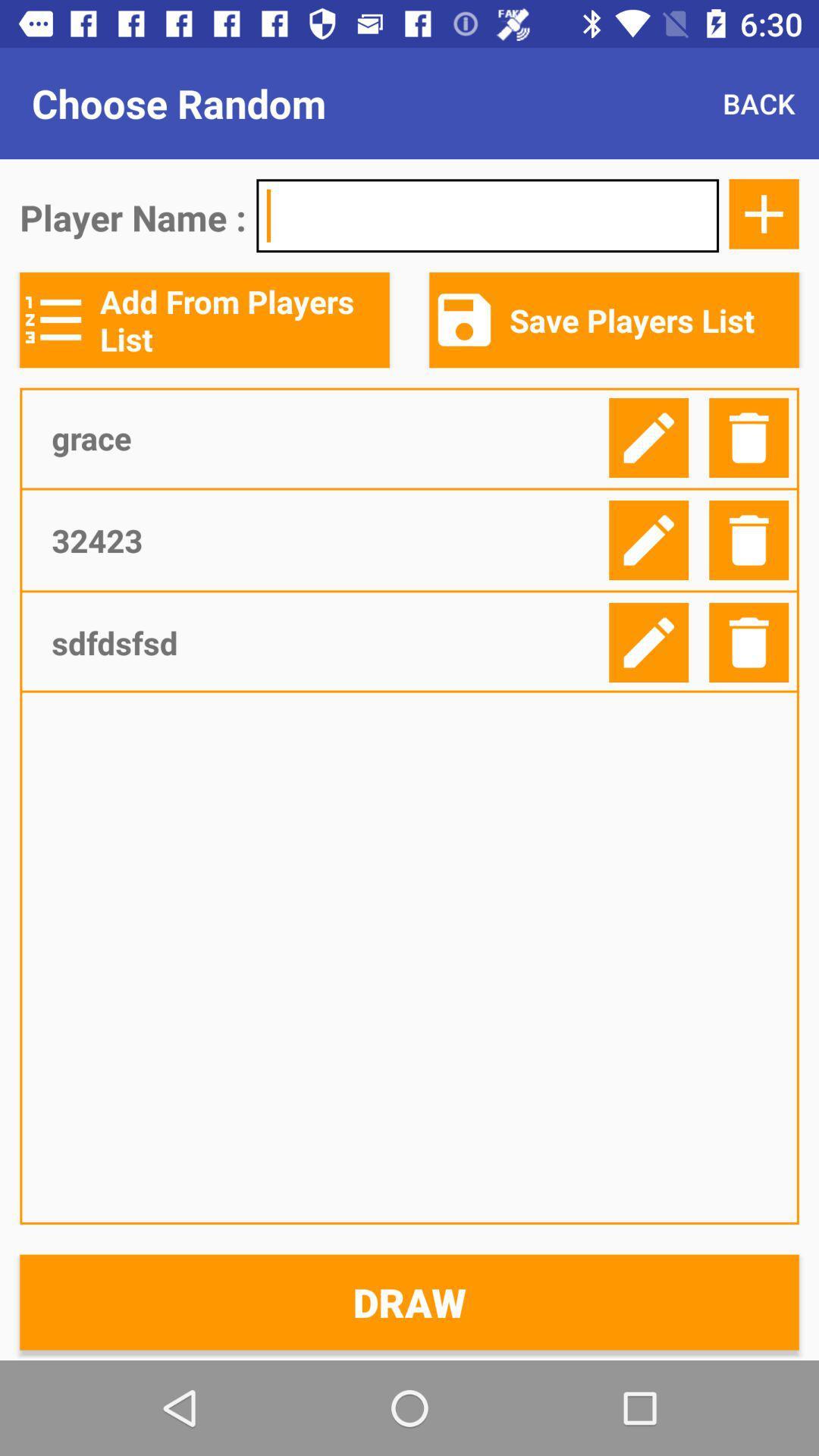  What do you see at coordinates (324, 437) in the screenshot?
I see `item below add from players` at bounding box center [324, 437].